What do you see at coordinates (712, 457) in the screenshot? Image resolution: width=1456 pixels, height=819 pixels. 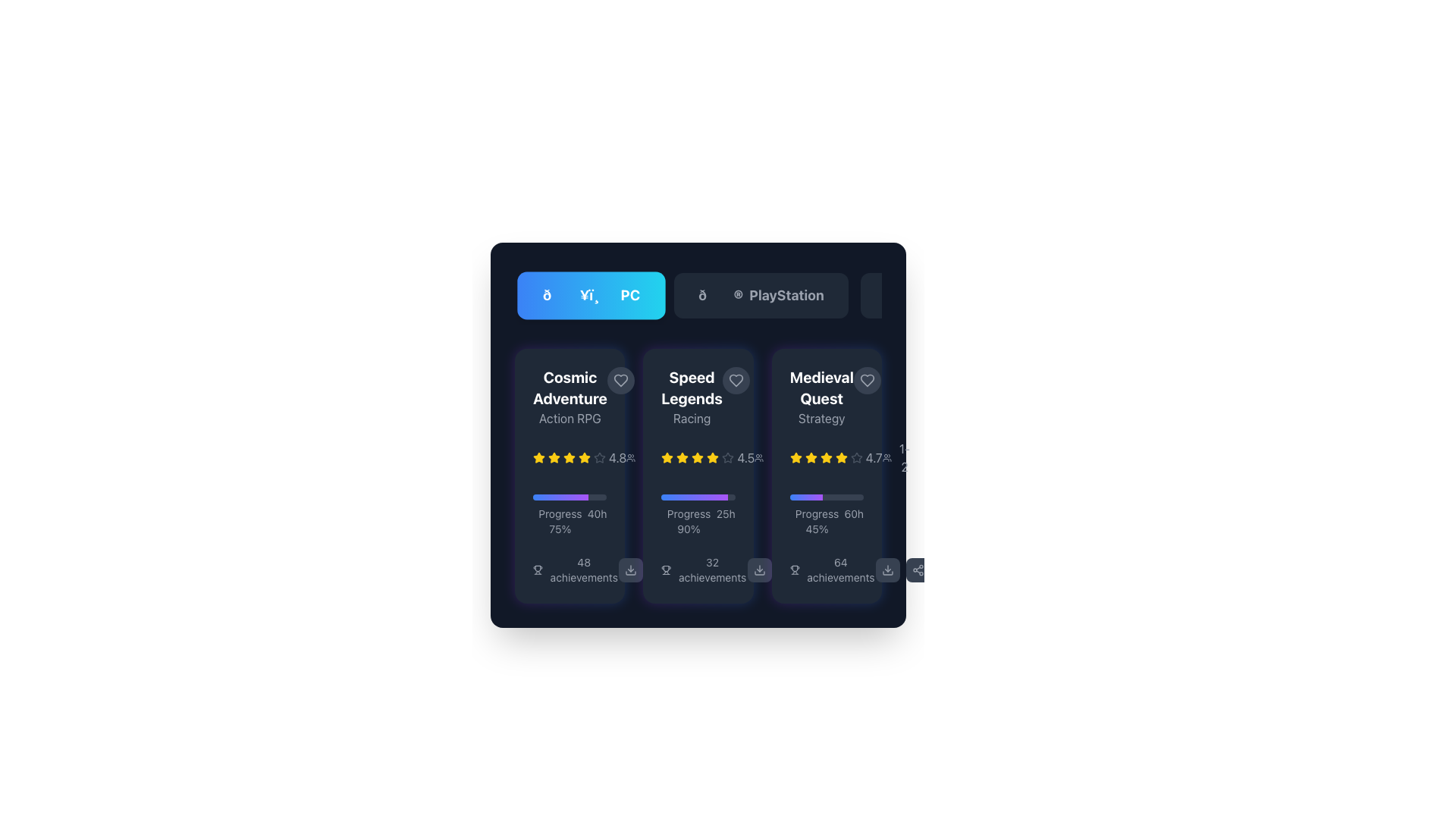 I see `the fifth star-shaped icon in bright yellow, part of the rating display for the game 'Speed Legends', located below the title and subtitle of the game` at bounding box center [712, 457].